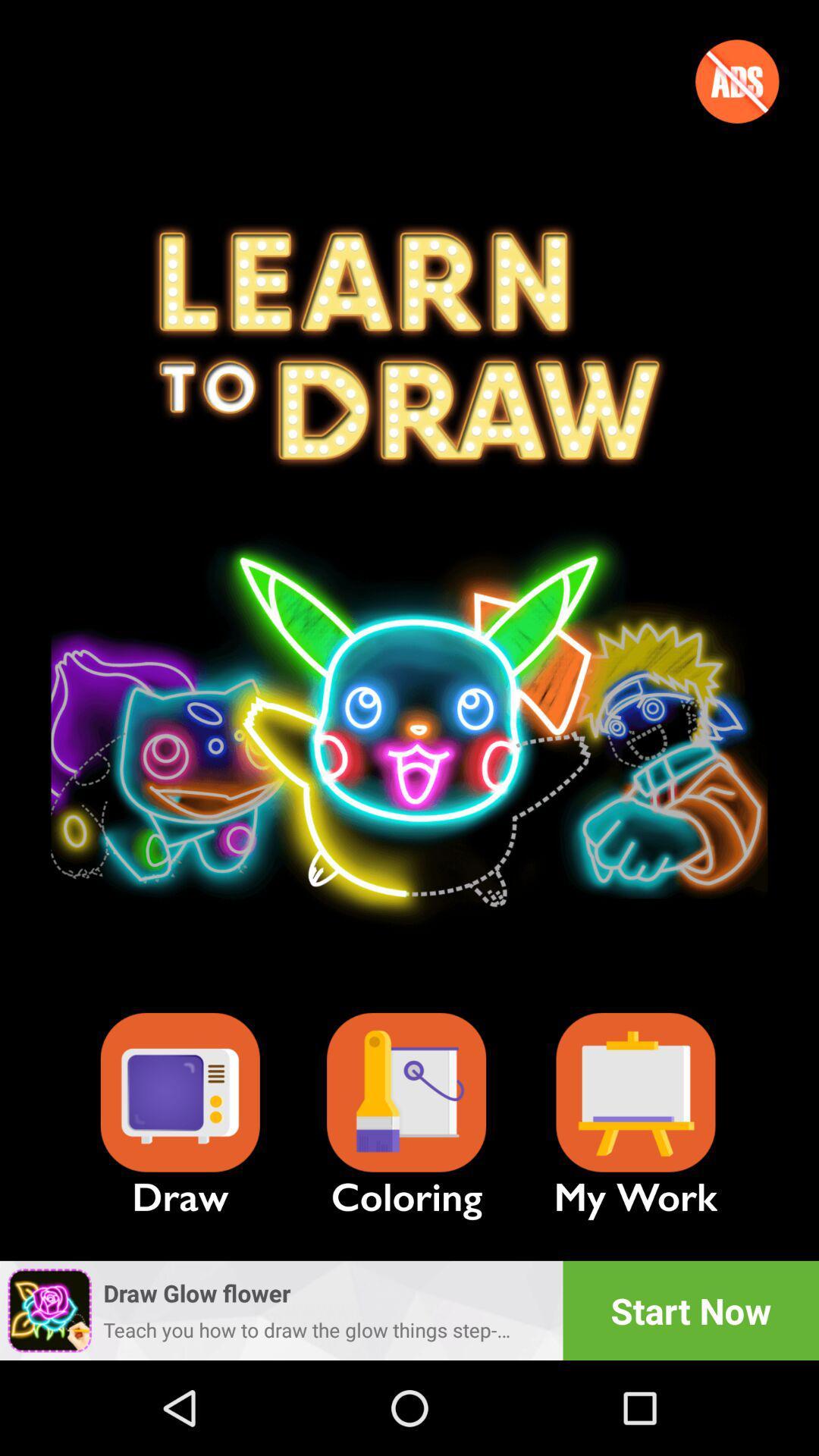  What do you see at coordinates (406, 1093) in the screenshot?
I see `coloring` at bounding box center [406, 1093].